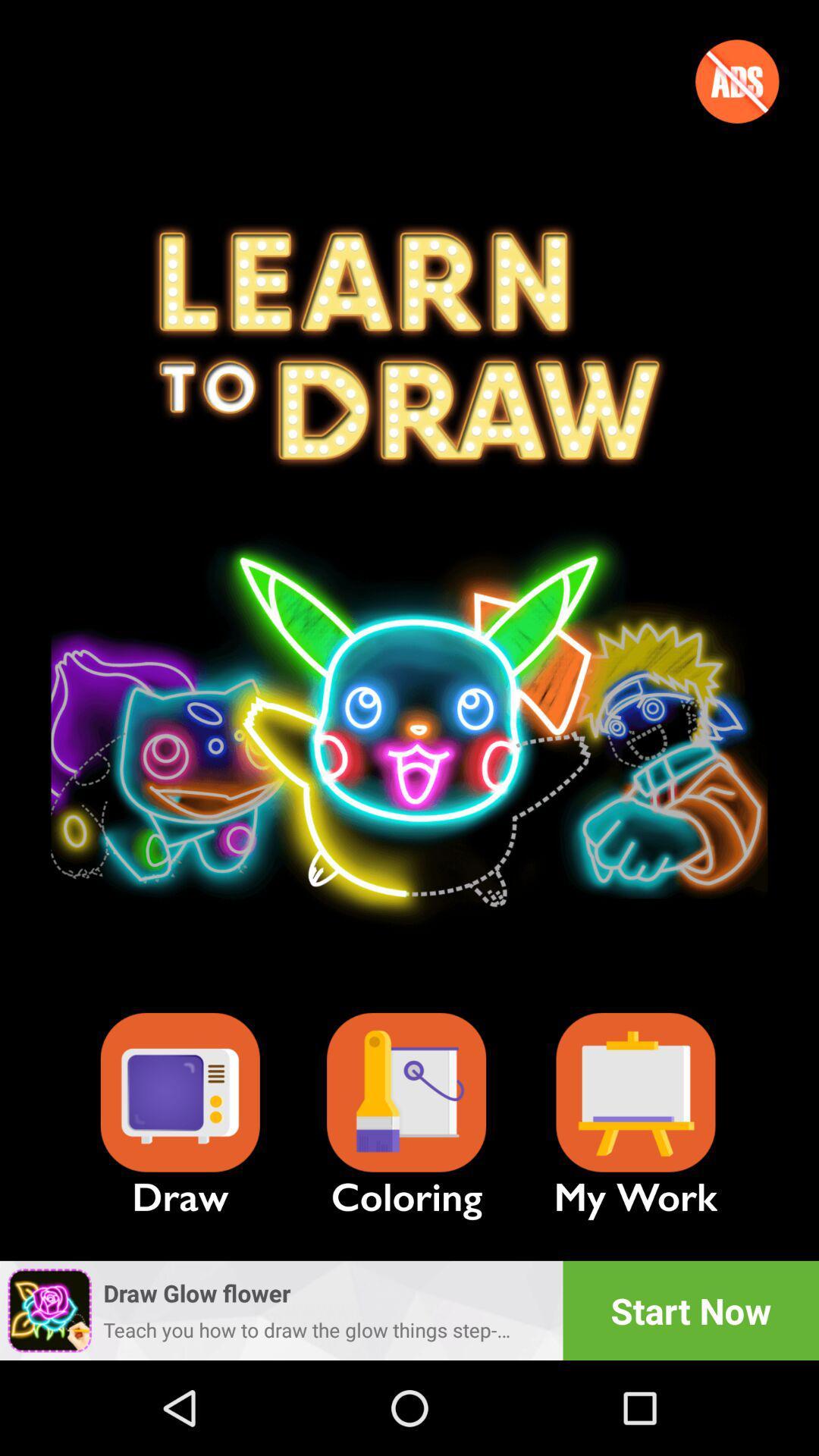  What do you see at coordinates (406, 1093) in the screenshot?
I see `coloring` at bounding box center [406, 1093].